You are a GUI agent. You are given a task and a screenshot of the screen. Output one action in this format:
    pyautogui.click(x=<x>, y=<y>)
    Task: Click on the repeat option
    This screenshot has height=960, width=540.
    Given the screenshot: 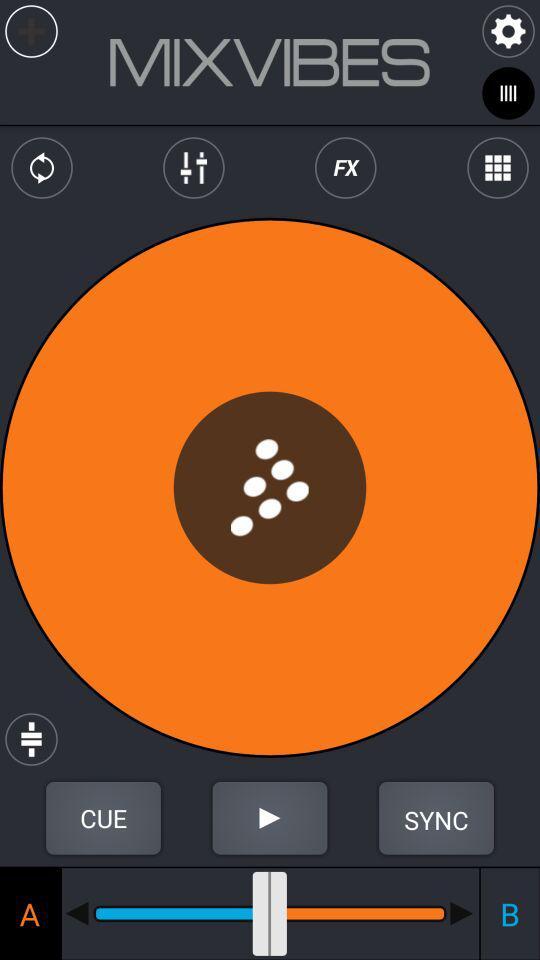 What is the action you would take?
    pyautogui.click(x=42, y=167)
    